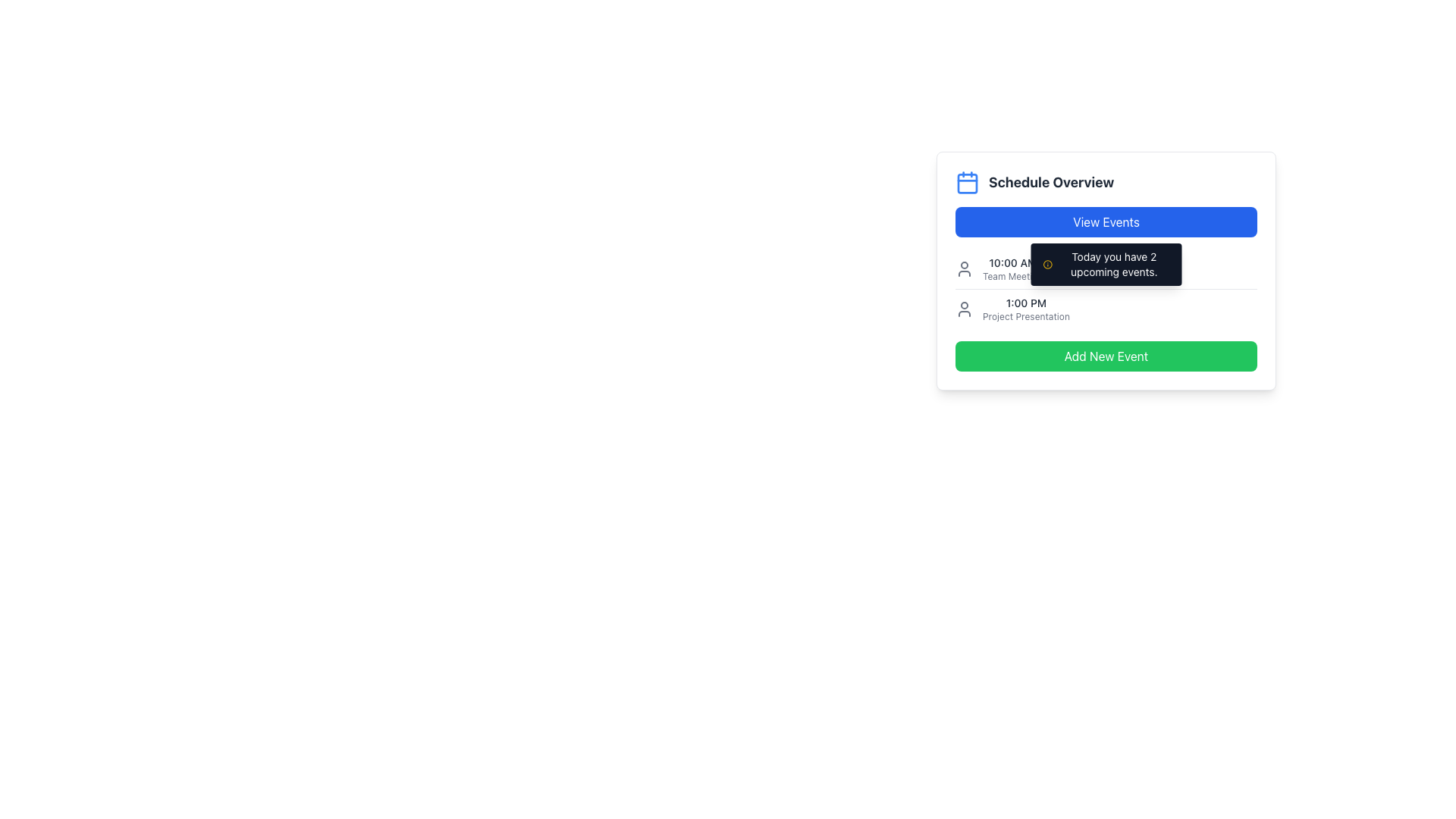  I want to click on the user profile icon, which is a gray circular outline resembling a head above a semicircular shape representing shoulders, located to the left of scheduled event text elements, so click(964, 309).